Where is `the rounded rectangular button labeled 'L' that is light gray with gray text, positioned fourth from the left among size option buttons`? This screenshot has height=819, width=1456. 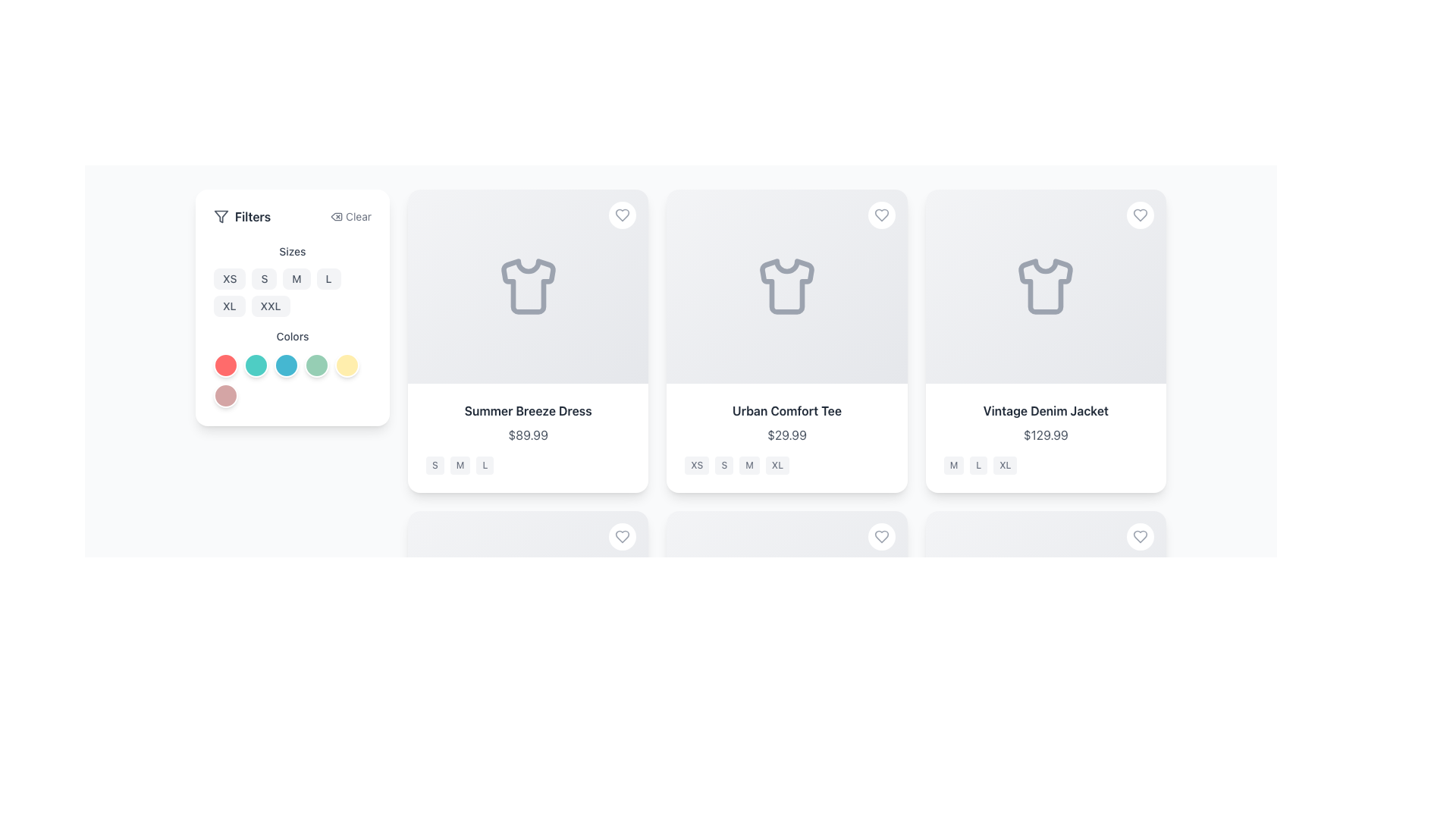
the rounded rectangular button labeled 'L' that is light gray with gray text, positioned fourth from the left among size option buttons is located at coordinates (328, 278).